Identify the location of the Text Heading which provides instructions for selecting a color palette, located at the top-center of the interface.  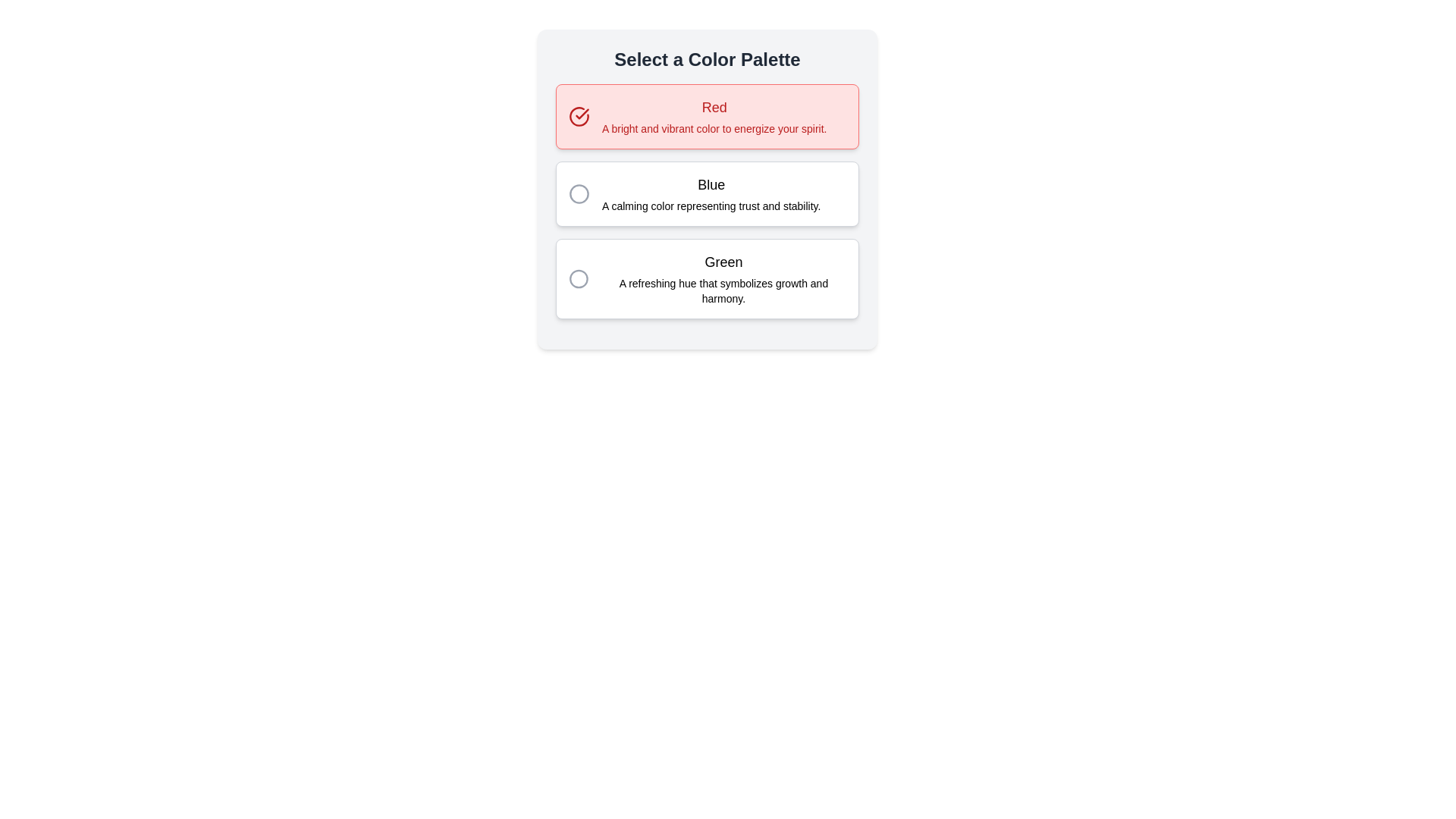
(706, 58).